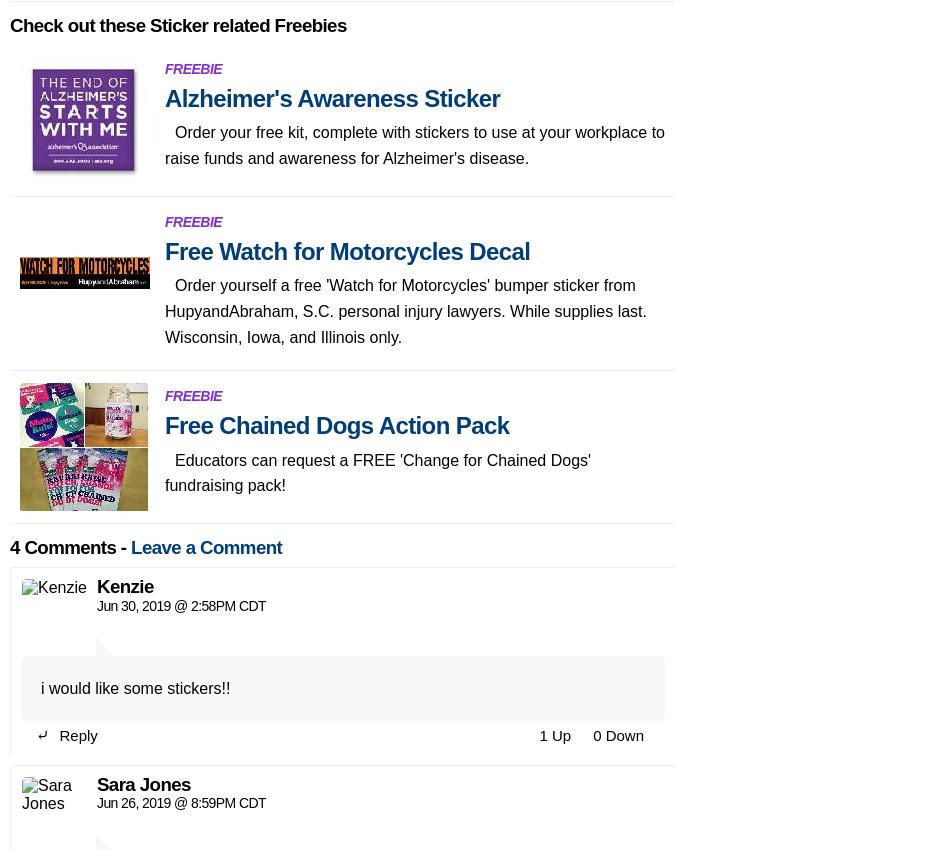 The width and height of the screenshot is (950, 850). What do you see at coordinates (143, 283) in the screenshot?
I see `'Sara Jones'` at bounding box center [143, 283].